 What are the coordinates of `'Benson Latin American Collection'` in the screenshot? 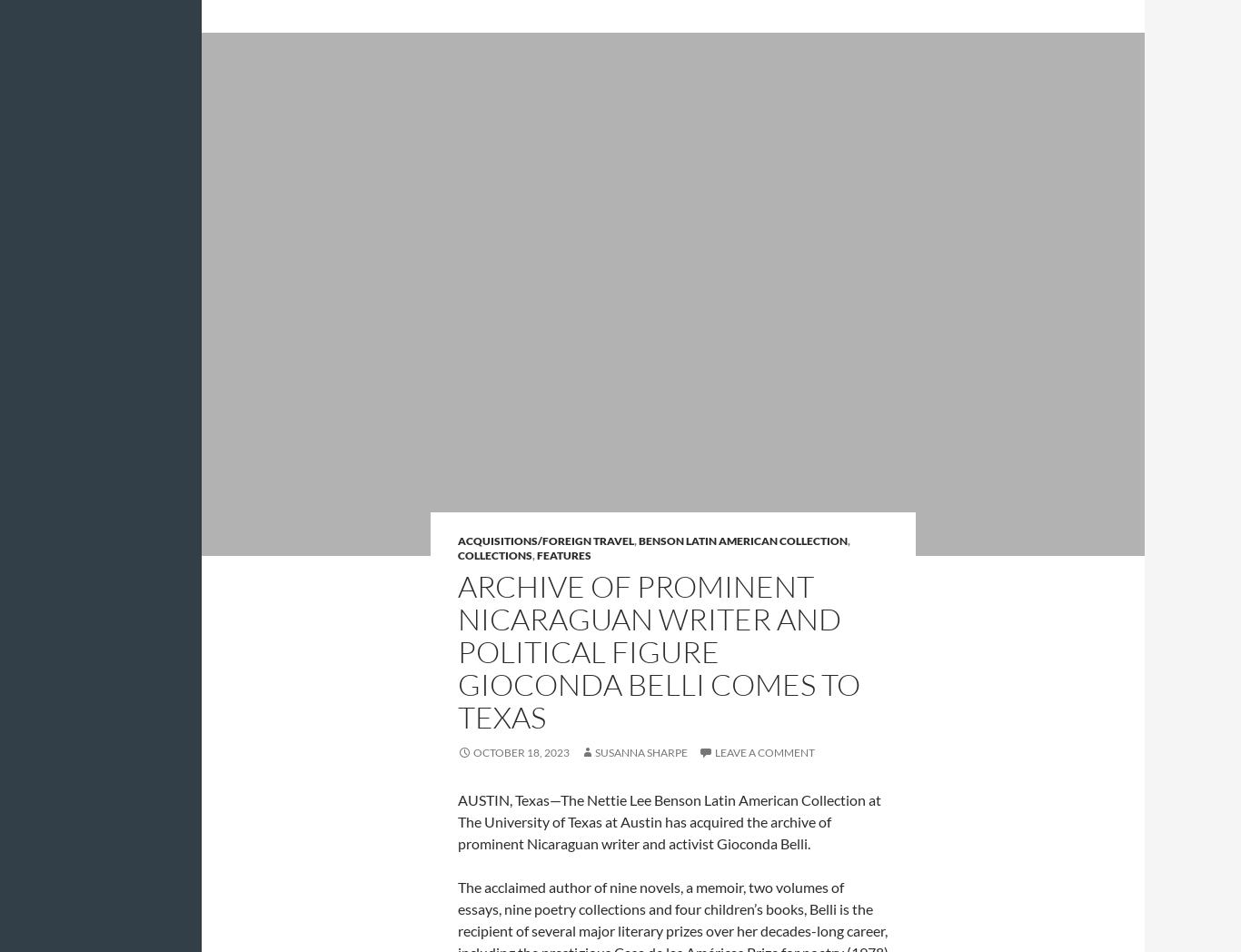 It's located at (741, 540).